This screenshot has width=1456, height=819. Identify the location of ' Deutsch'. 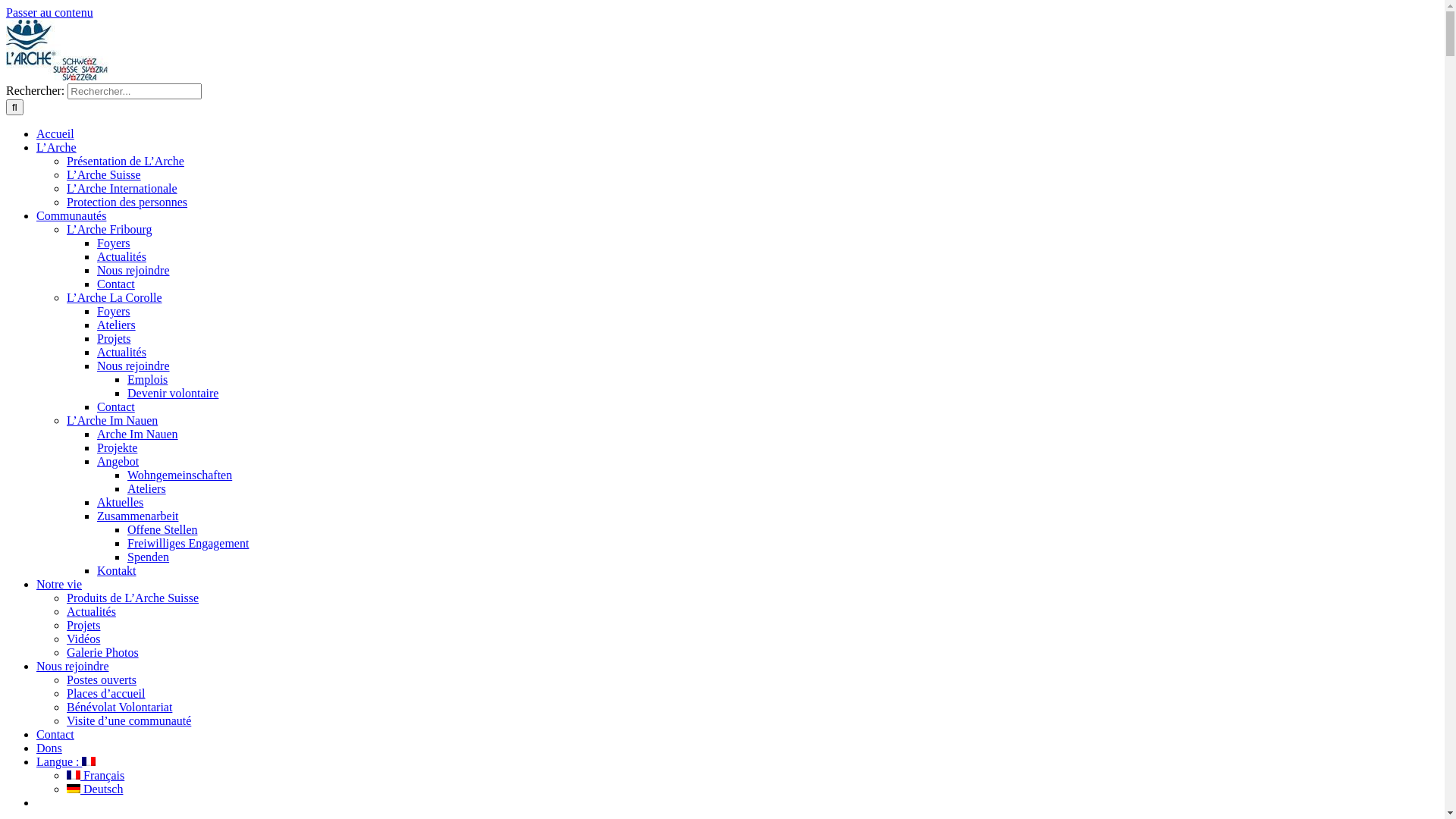
(93, 788).